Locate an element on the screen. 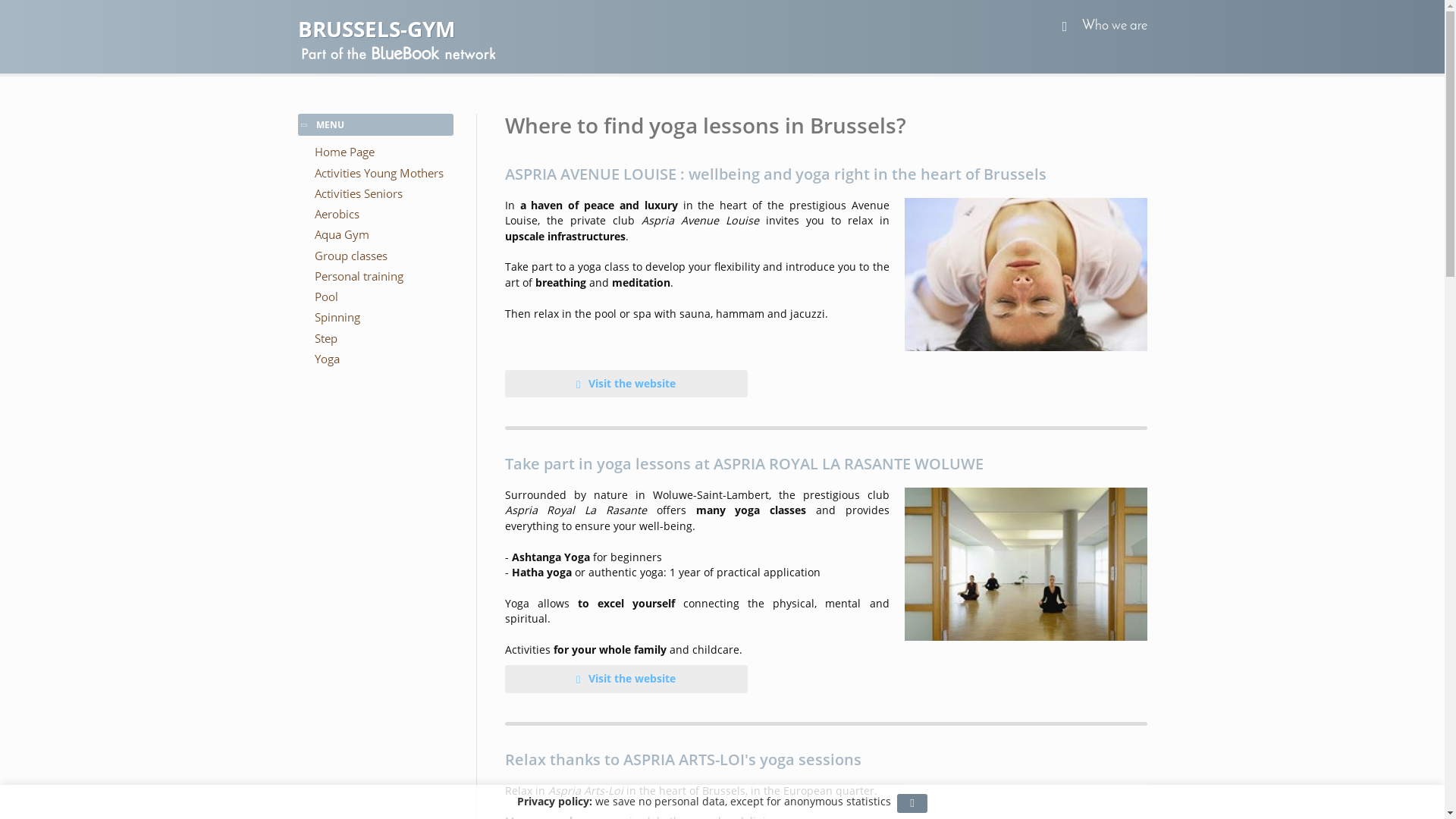 This screenshot has width=1456, height=819. 'BRUSSELS-GYM' is located at coordinates (297, 29).